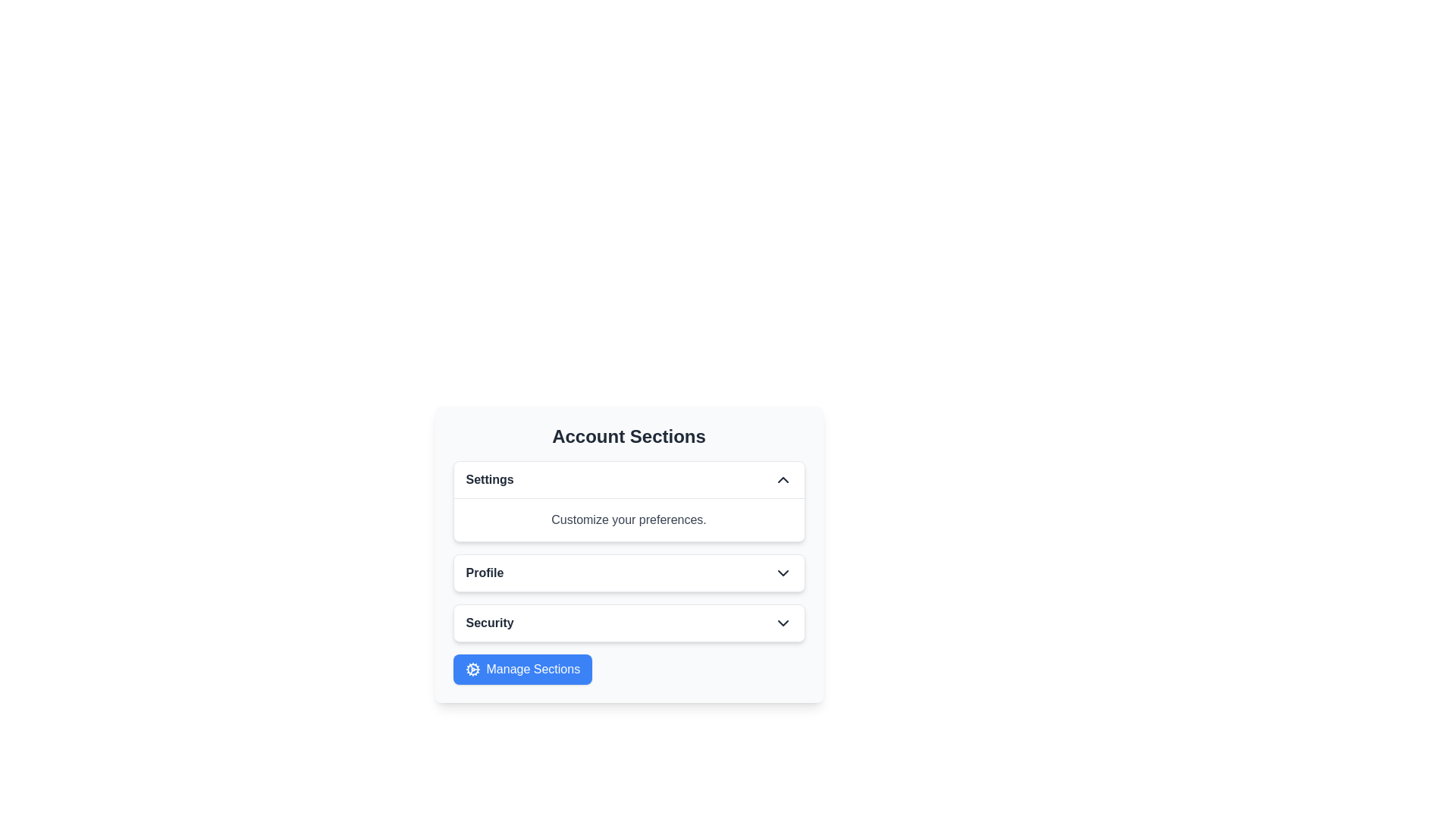 This screenshot has height=819, width=1456. I want to click on the 'Manage Sections' button, which is a rectangular button with rounded corners, bright blue background, and white text, located under the 'Account Sections' section, so click(522, 669).